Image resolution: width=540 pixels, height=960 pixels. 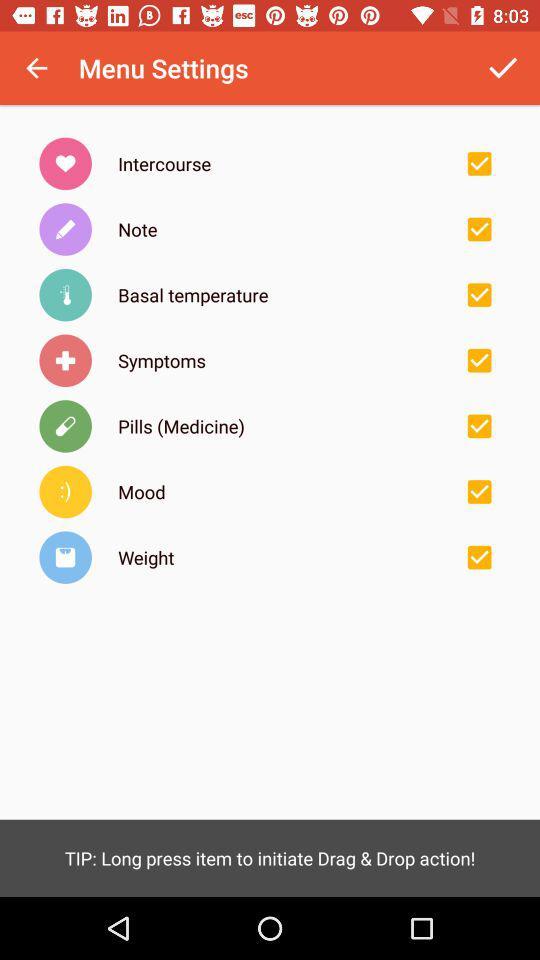 I want to click on item selection box, so click(x=478, y=162).